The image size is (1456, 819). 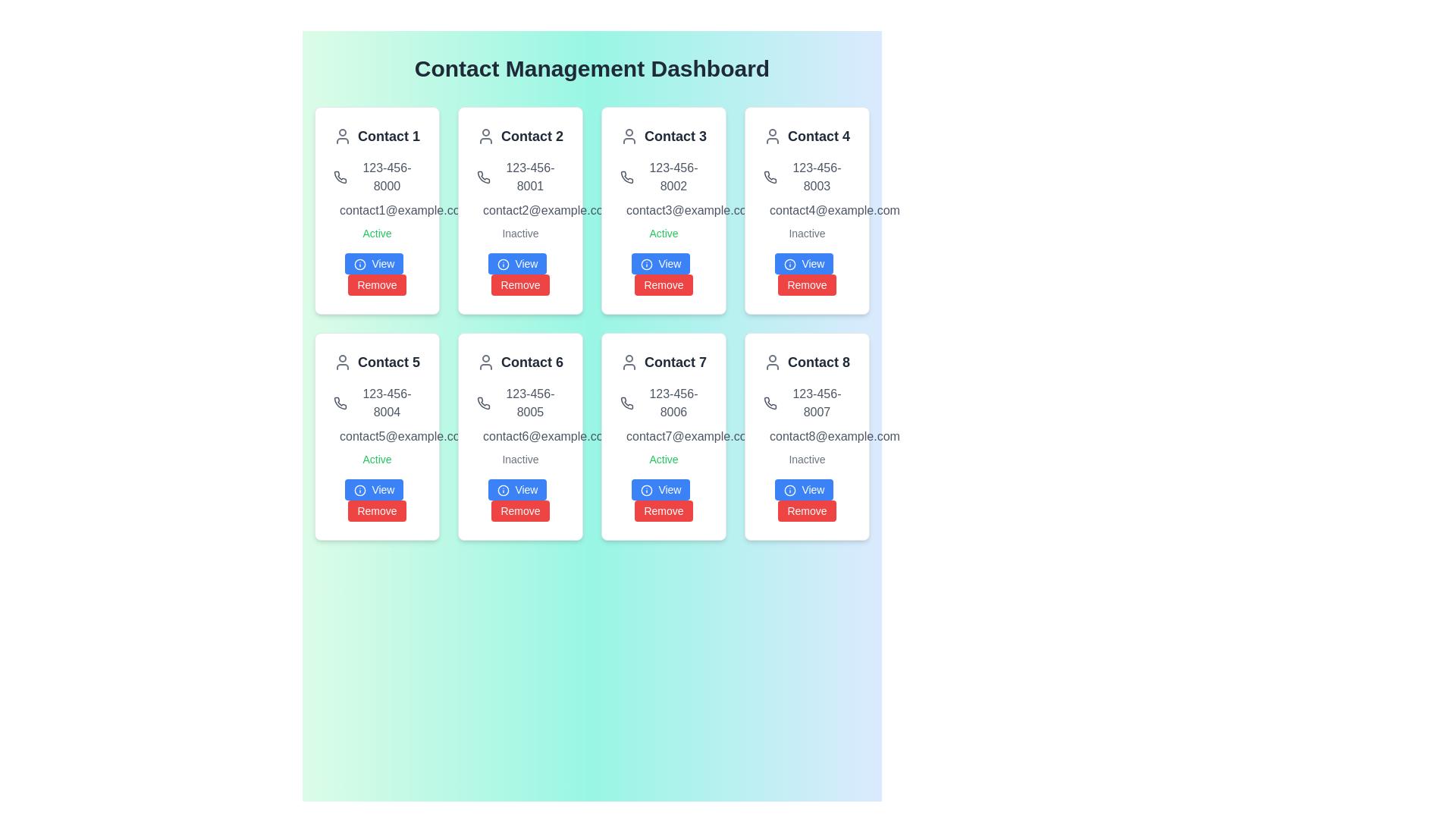 I want to click on the user profile icon in the first contact card, located at the top-left corner of the interface, next to 'Contact 1', so click(x=341, y=136).